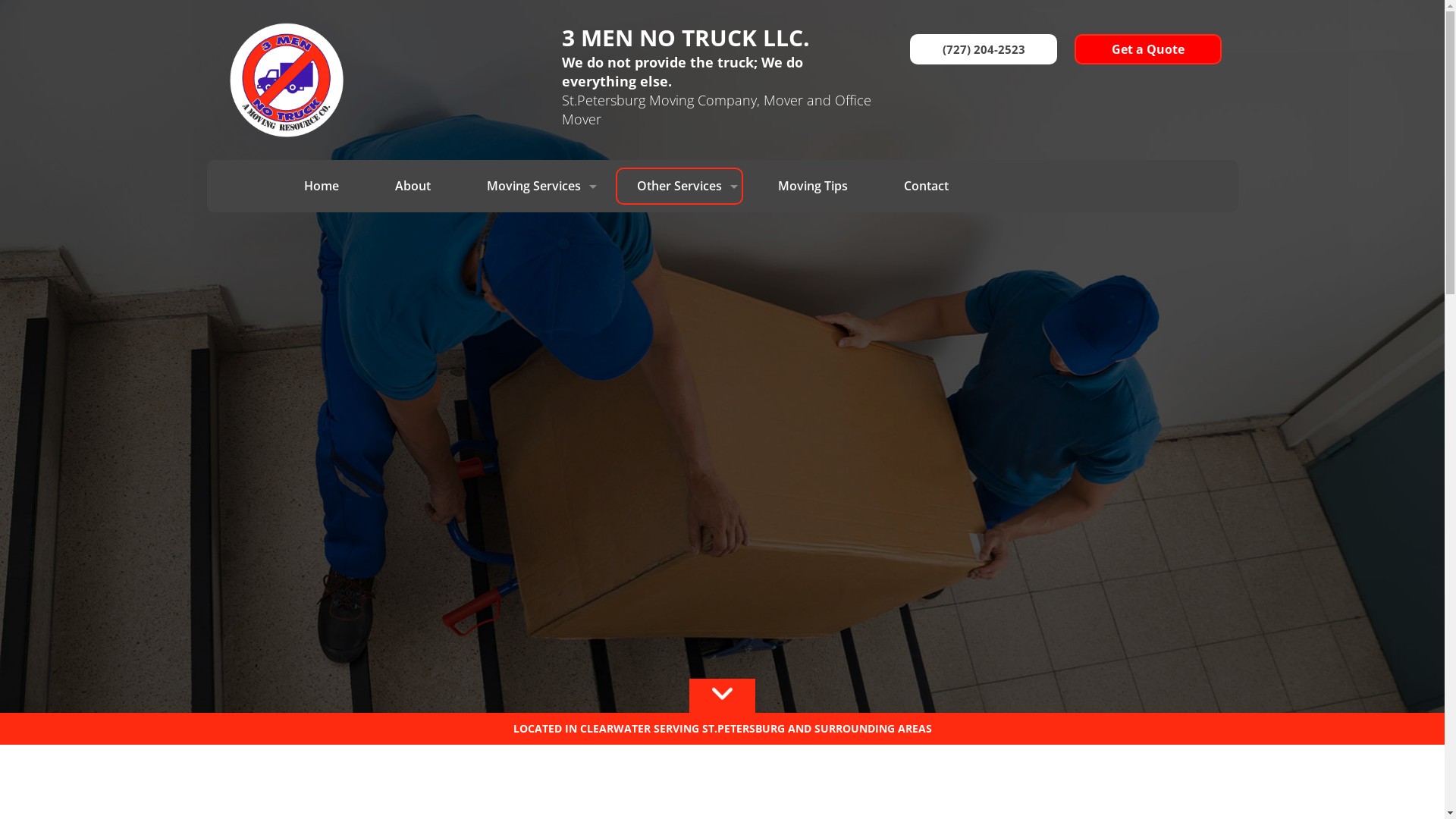  Describe the element at coordinates (283, 185) in the screenshot. I see `'Home'` at that location.